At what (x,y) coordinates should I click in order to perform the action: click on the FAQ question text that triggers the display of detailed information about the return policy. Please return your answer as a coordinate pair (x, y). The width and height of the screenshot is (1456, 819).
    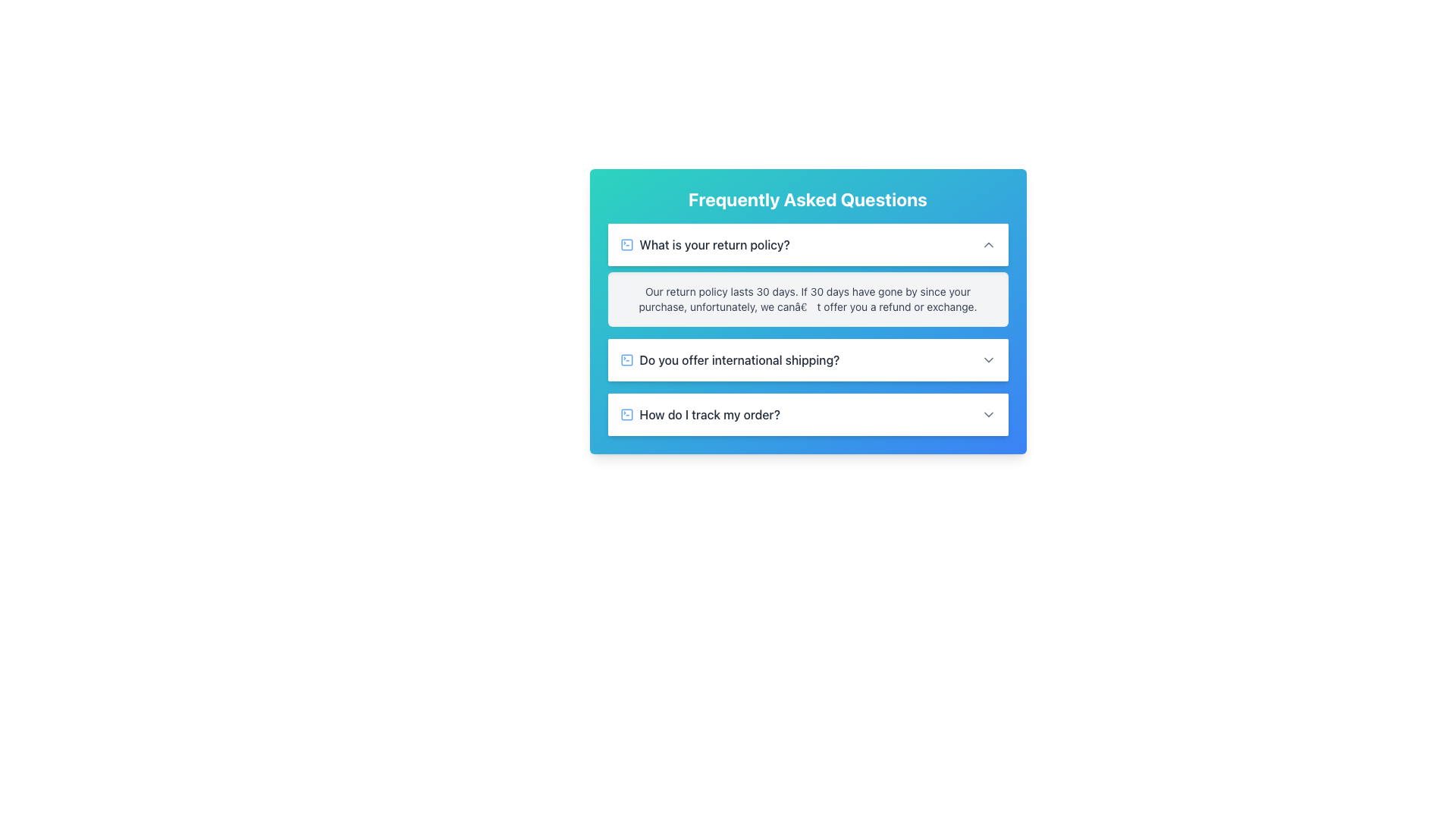
    Looking at the image, I should click on (714, 244).